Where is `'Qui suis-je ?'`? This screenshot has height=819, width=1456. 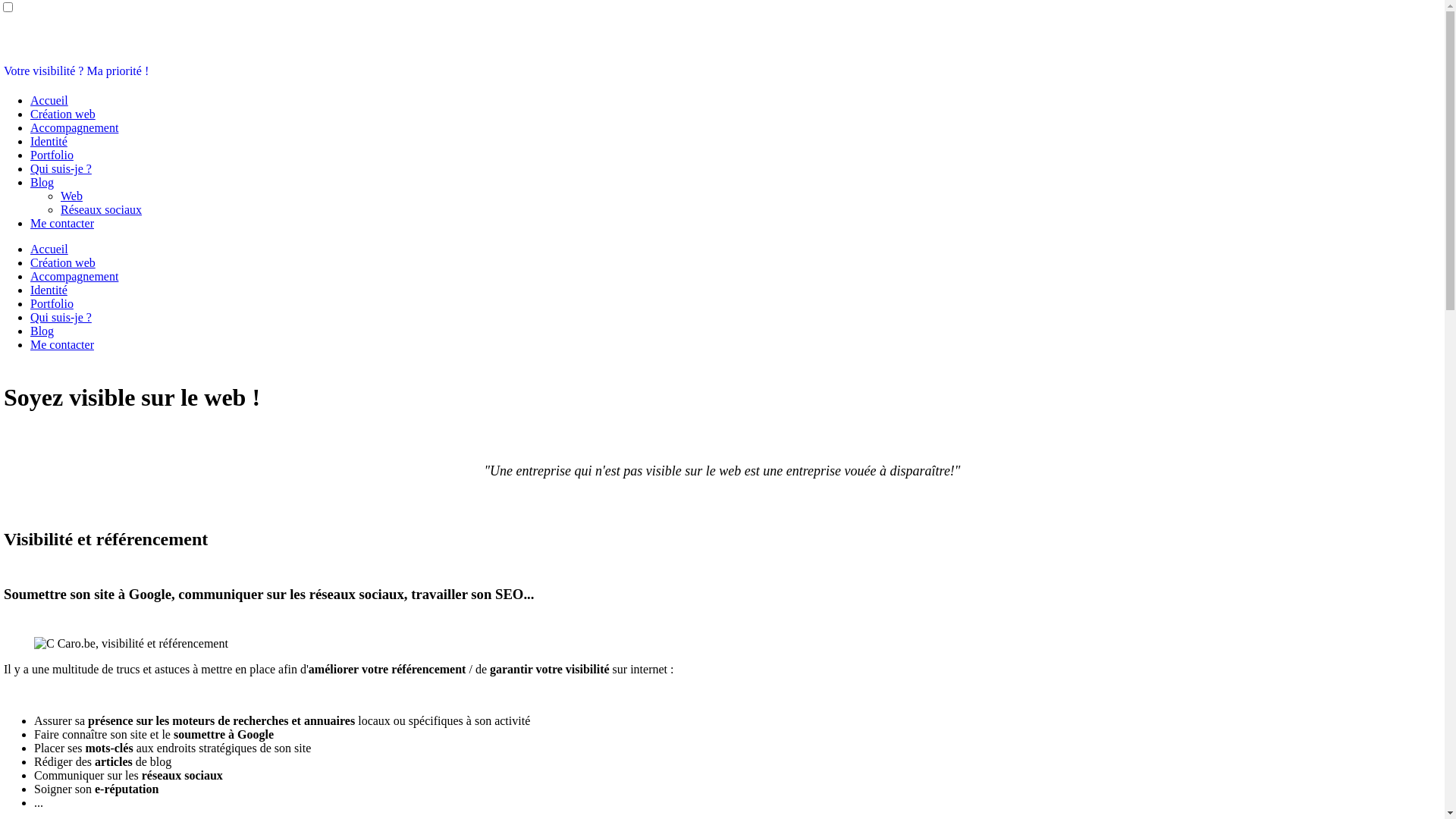 'Qui suis-je ?' is located at coordinates (30, 168).